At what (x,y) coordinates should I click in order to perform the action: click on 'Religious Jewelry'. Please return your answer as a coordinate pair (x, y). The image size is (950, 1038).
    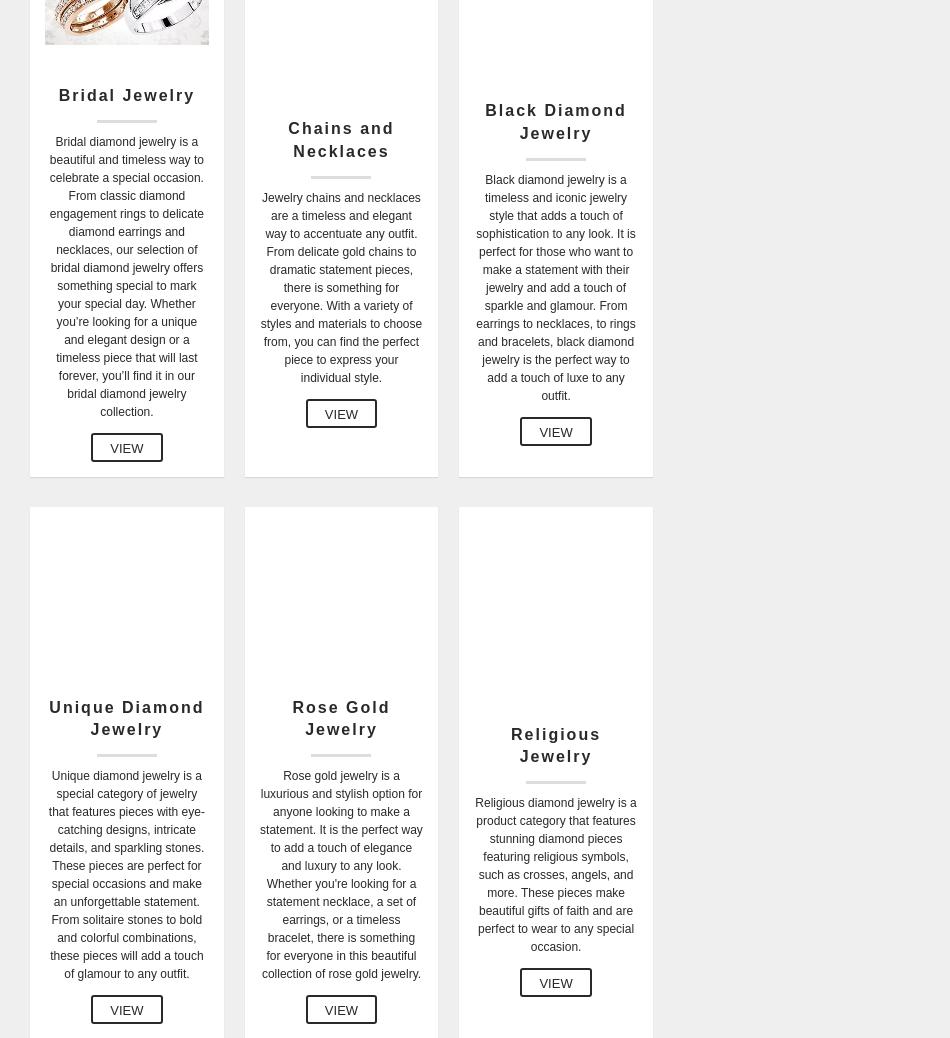
    Looking at the image, I should click on (556, 743).